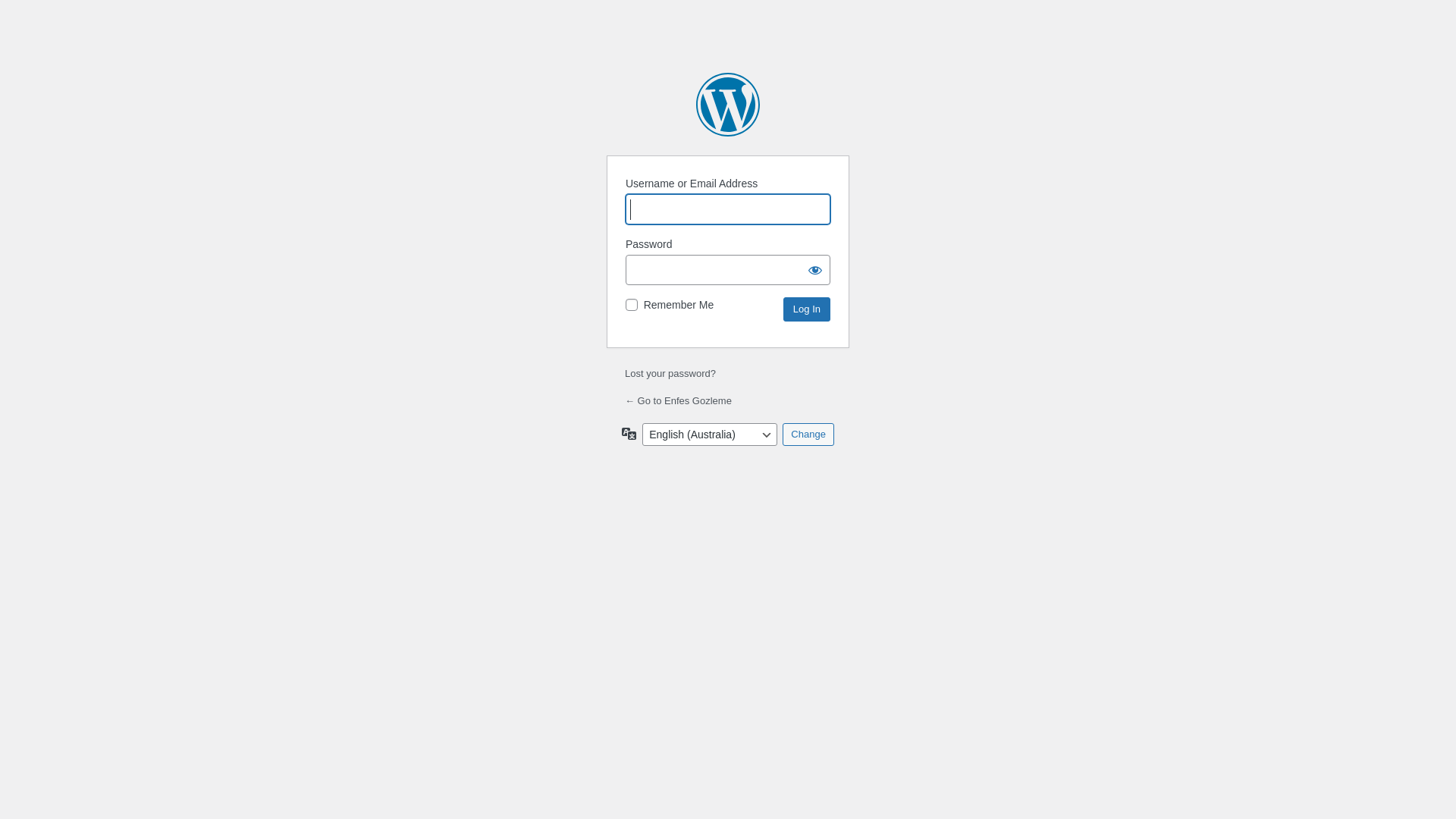 The width and height of the screenshot is (1456, 819). What do you see at coordinates (806, 309) in the screenshot?
I see `'Log In'` at bounding box center [806, 309].